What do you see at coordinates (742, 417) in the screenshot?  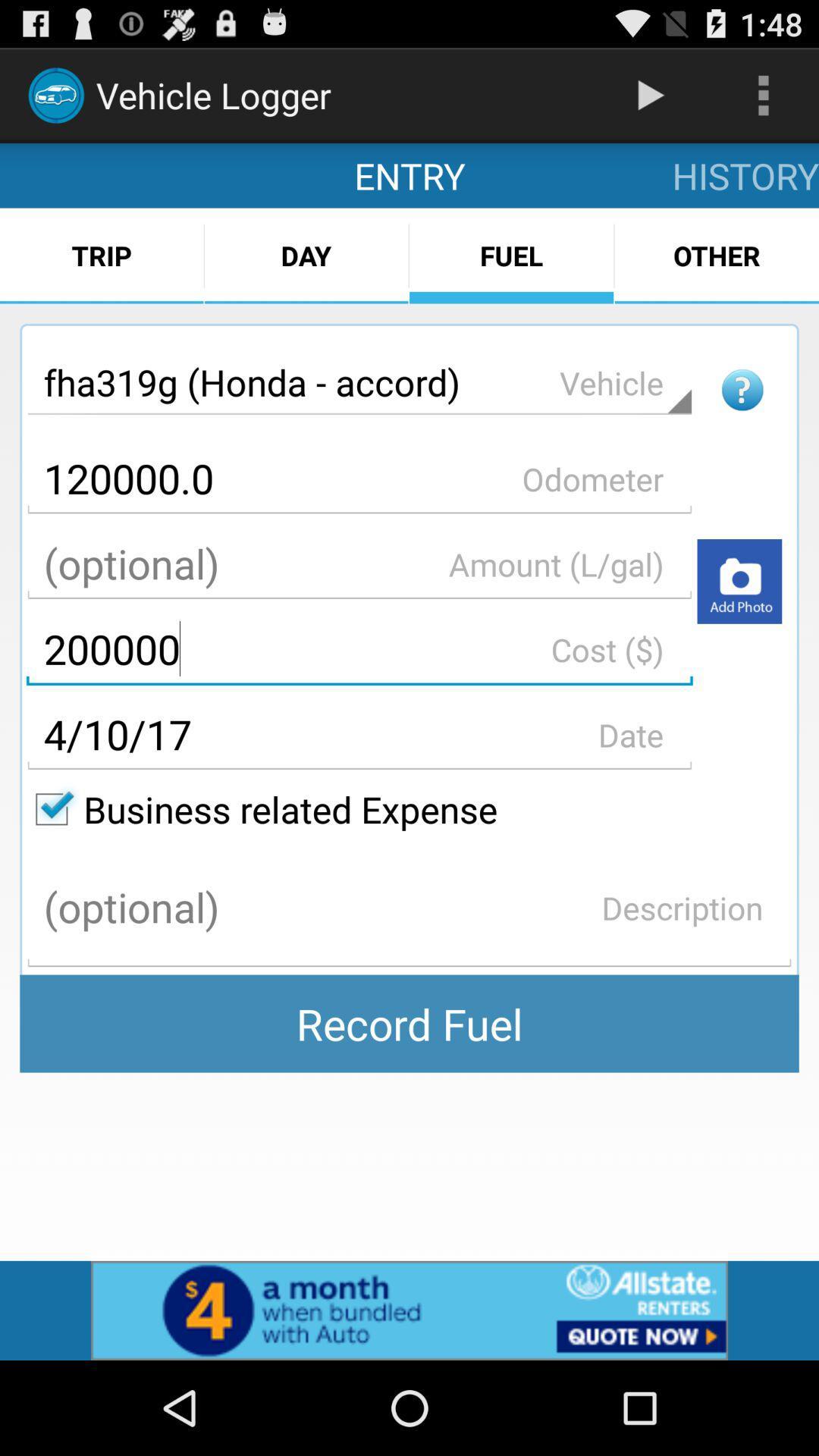 I see `the help icon` at bounding box center [742, 417].